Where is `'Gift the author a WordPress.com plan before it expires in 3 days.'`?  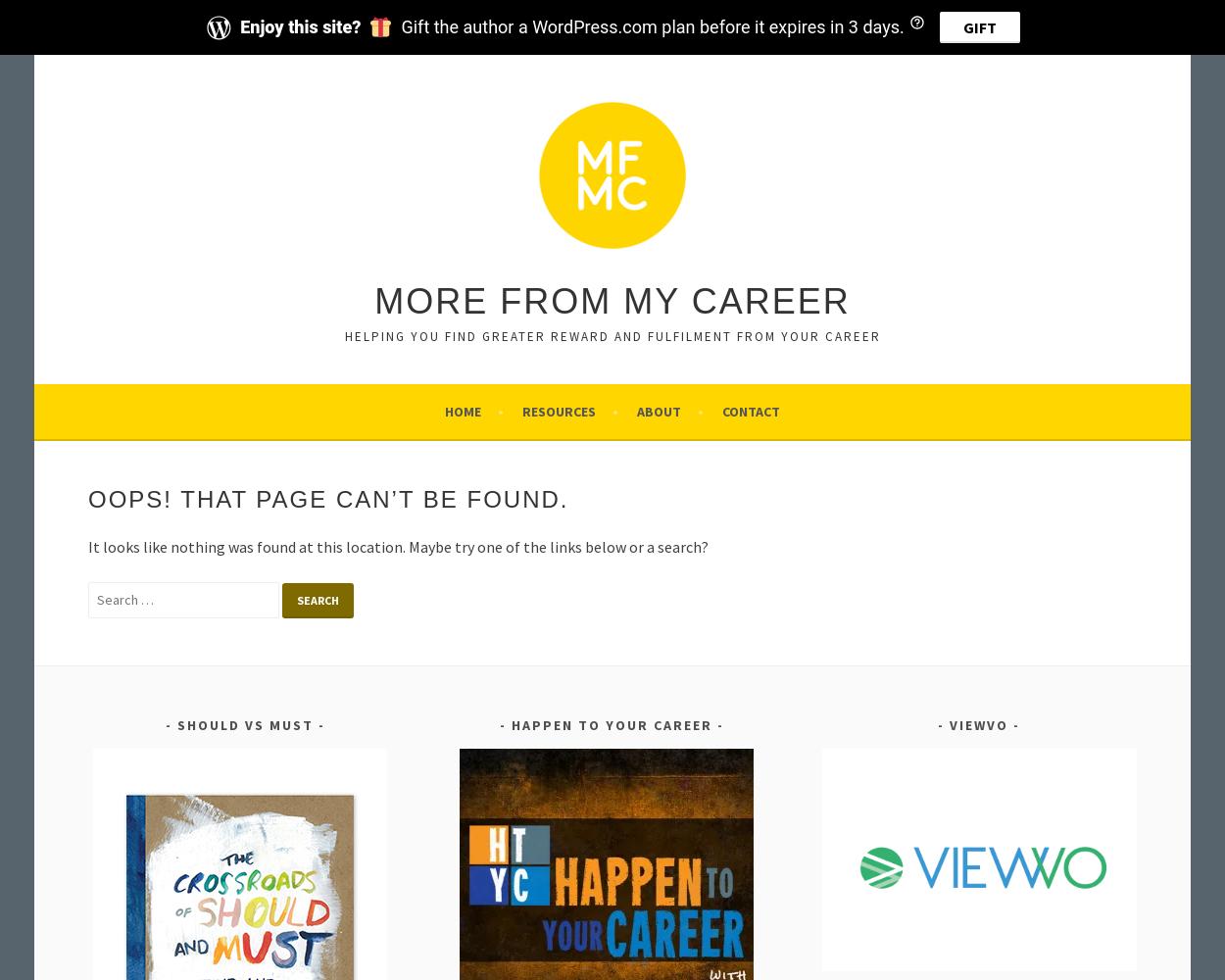
'Gift the author a WordPress.com plan before it expires in 3 days.' is located at coordinates (652, 26).